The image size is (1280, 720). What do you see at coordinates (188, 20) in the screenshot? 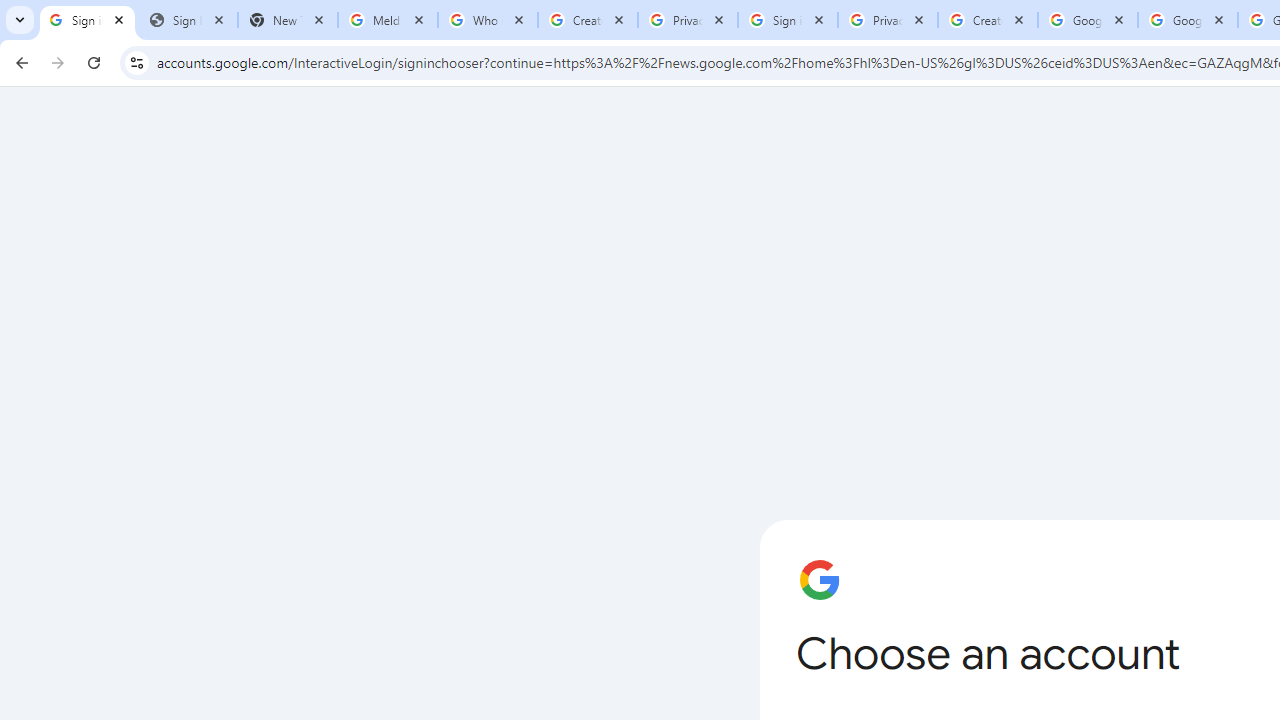
I see `'Sign In - USA TODAY'` at bounding box center [188, 20].